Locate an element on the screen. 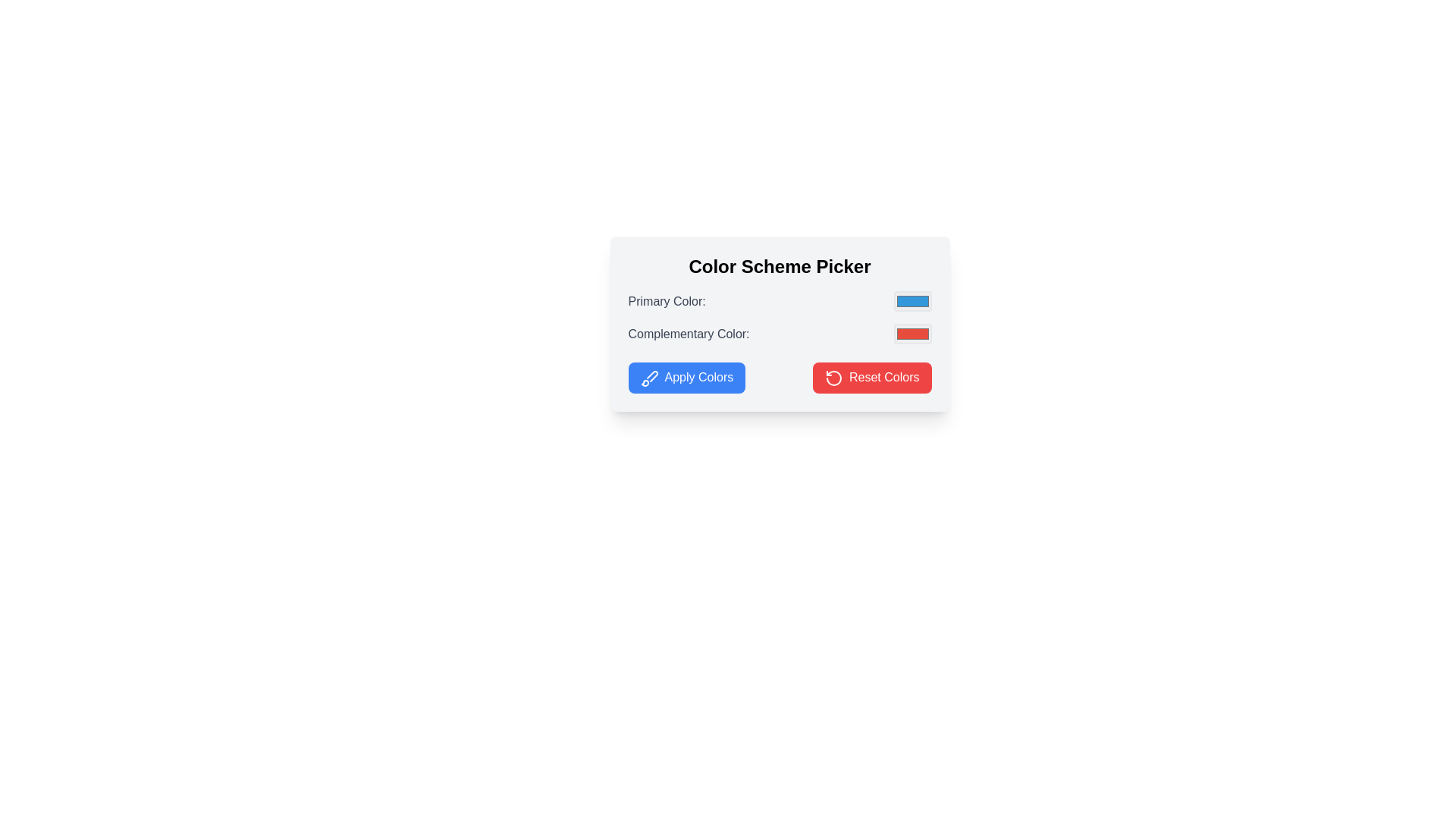 This screenshot has height=819, width=1456. the rectangular button with a blue background labeled 'Apply Colors' to observe its hover effect is located at coordinates (686, 377).